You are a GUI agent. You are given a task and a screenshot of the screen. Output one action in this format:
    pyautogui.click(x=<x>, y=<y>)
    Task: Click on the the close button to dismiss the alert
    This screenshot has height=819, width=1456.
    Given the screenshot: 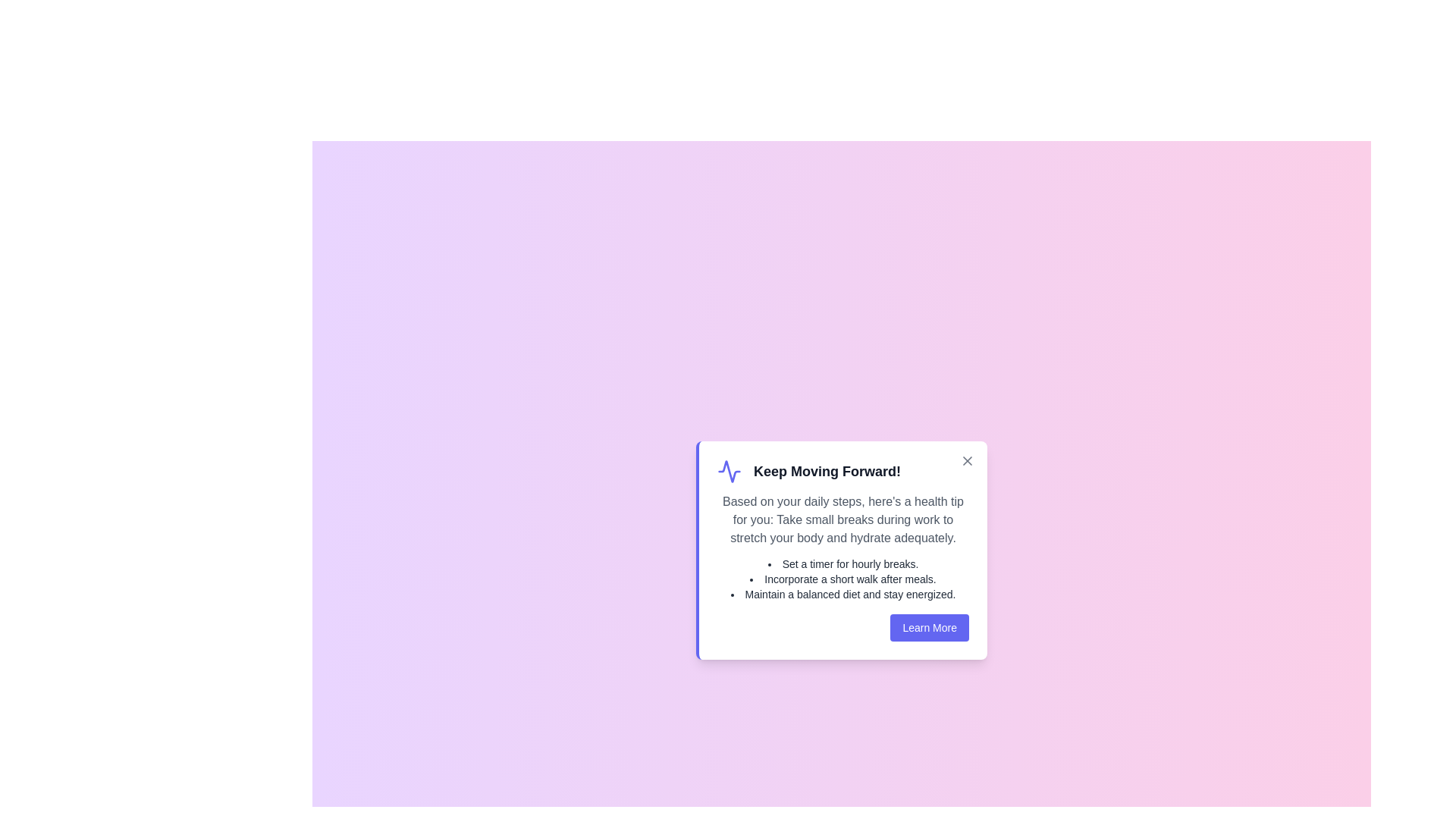 What is the action you would take?
    pyautogui.click(x=967, y=460)
    